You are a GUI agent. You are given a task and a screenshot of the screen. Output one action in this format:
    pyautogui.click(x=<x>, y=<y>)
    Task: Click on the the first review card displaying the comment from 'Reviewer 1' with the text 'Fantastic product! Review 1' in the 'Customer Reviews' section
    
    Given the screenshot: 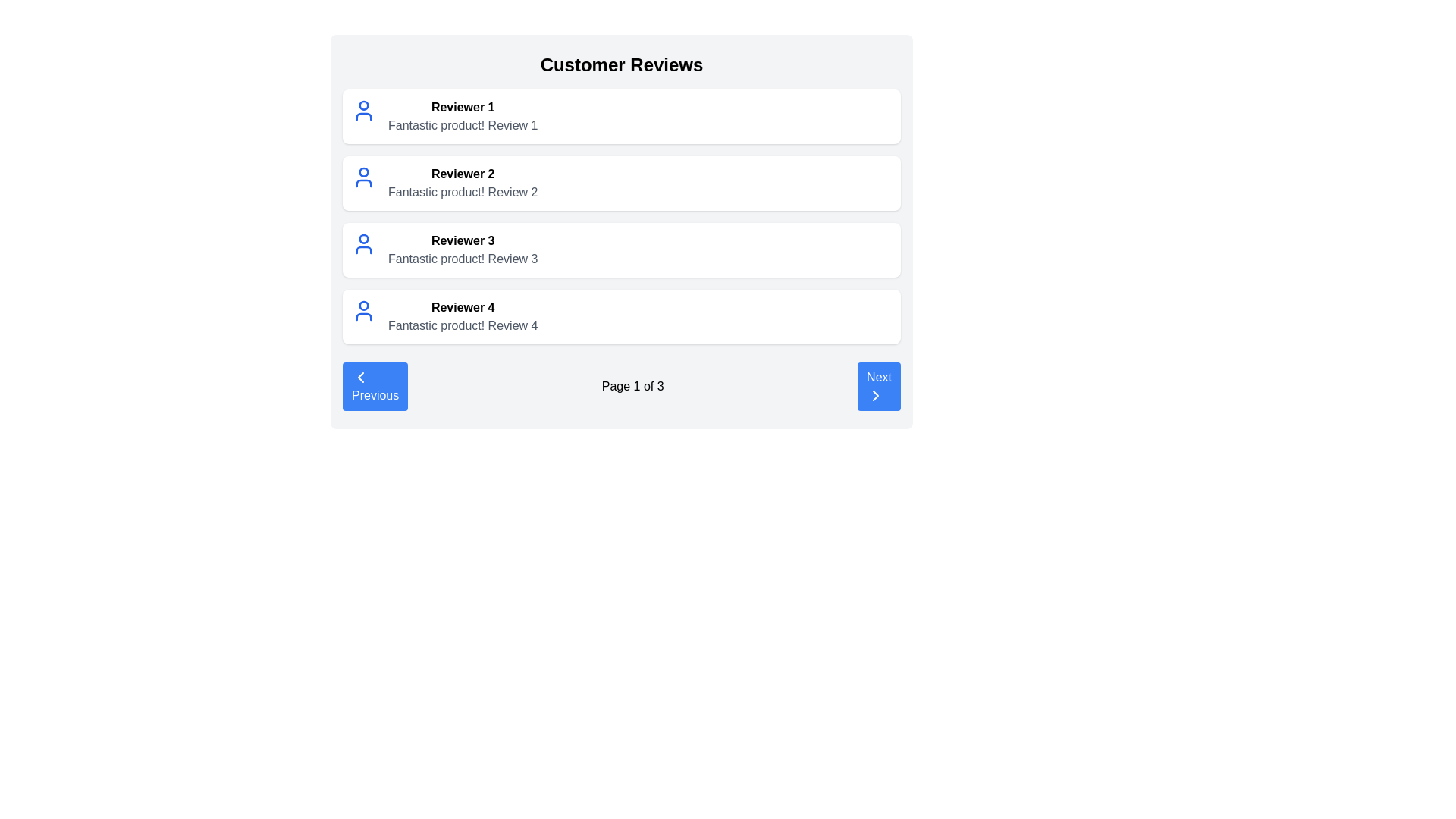 What is the action you would take?
    pyautogui.click(x=462, y=116)
    